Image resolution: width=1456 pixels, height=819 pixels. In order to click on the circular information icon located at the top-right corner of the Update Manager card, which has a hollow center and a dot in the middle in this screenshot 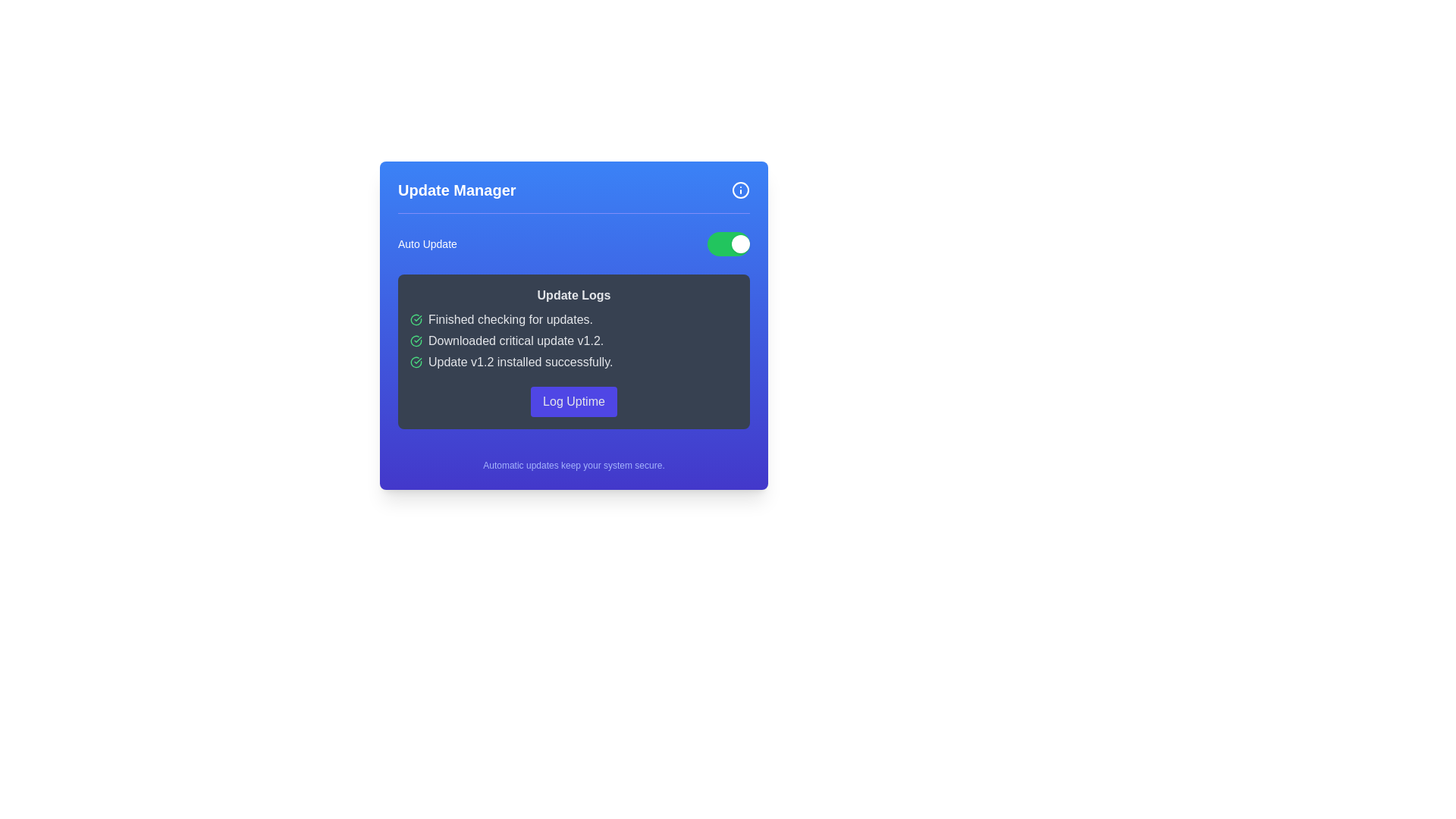, I will do `click(741, 189)`.